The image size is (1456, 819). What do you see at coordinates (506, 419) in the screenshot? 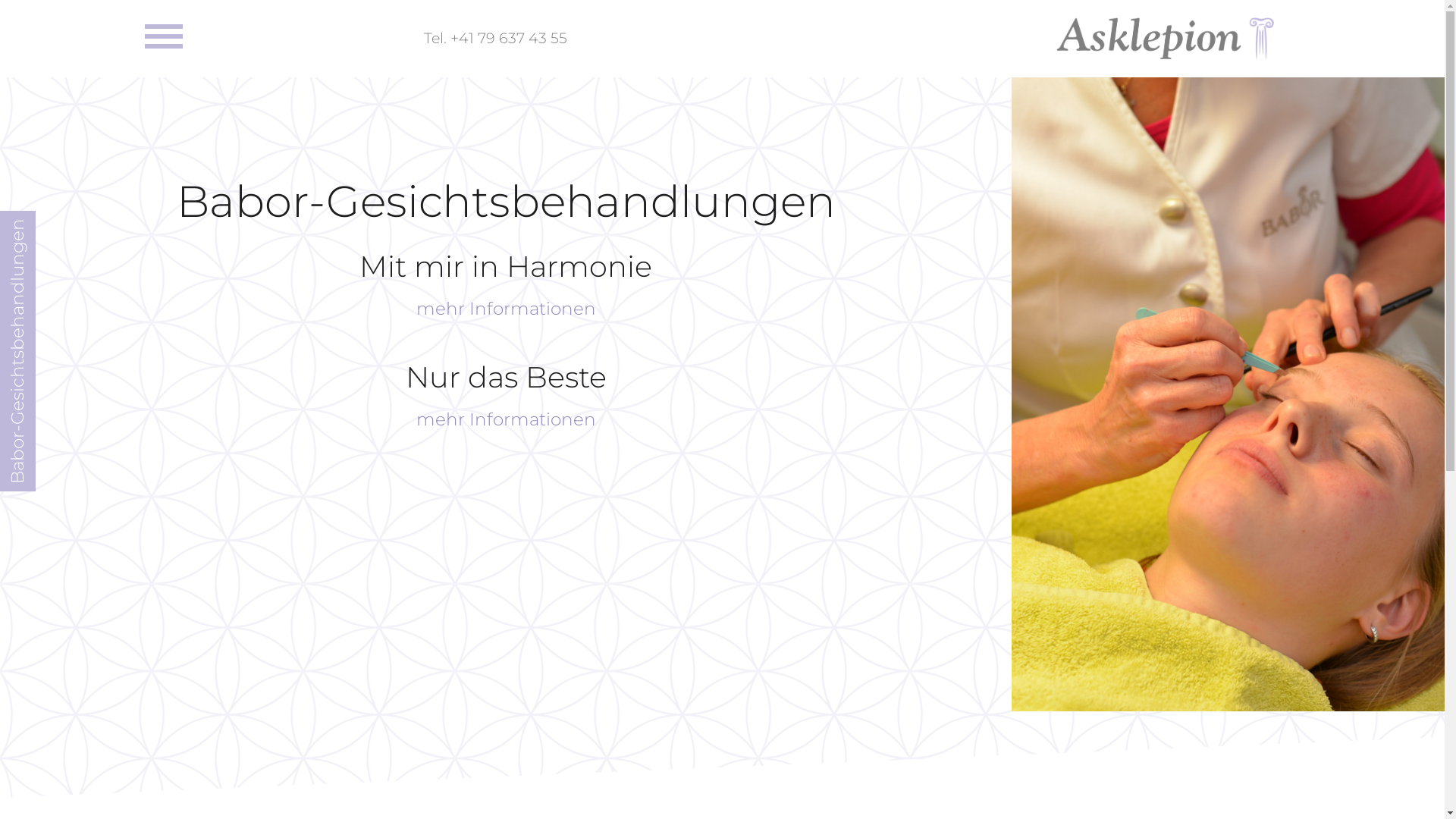
I see `'mehr Informationen'` at bounding box center [506, 419].